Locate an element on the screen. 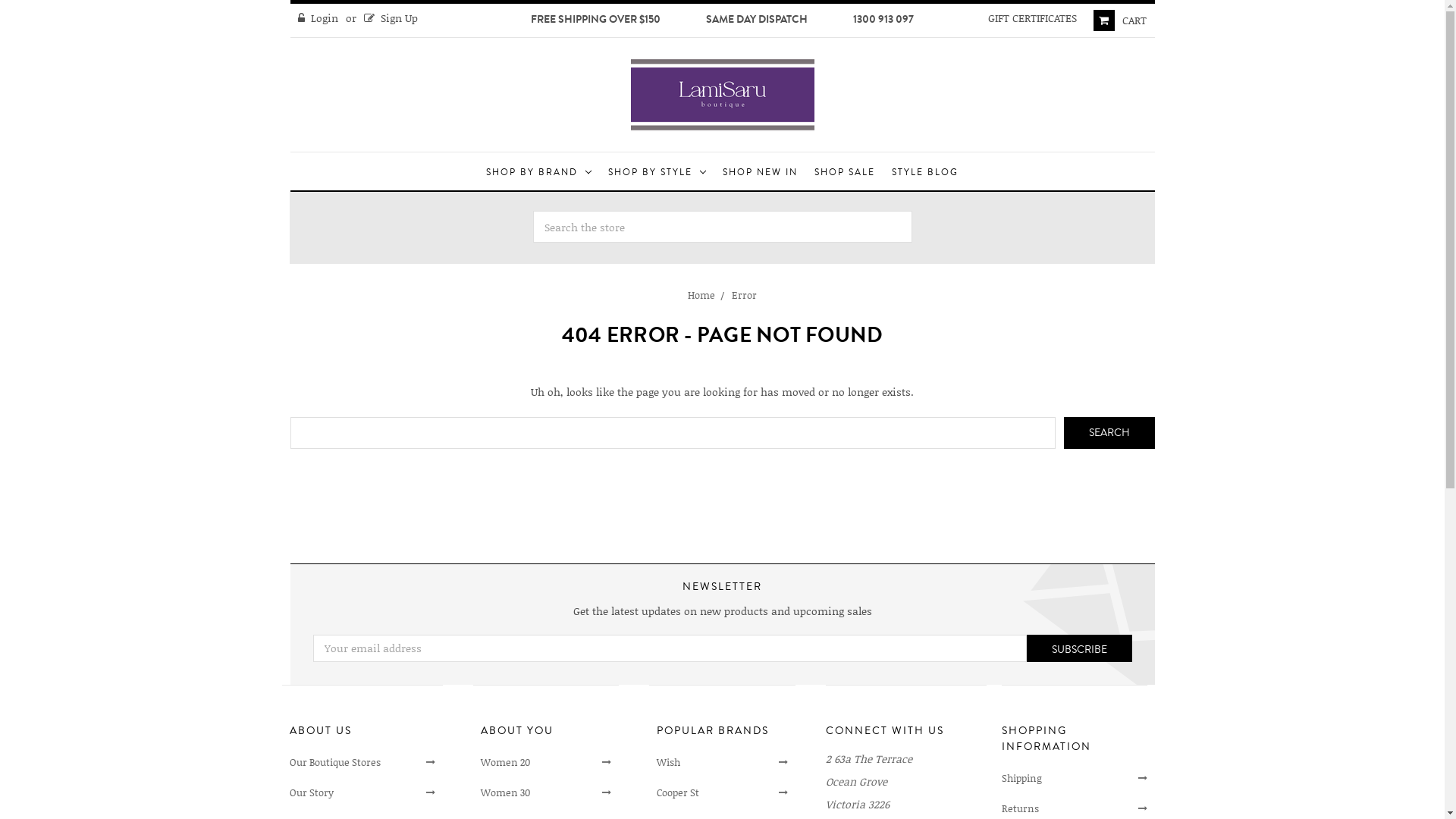 This screenshot has width=1456, height=819. 'FREE SHIPPING OVER $150' is located at coordinates (595, 19).